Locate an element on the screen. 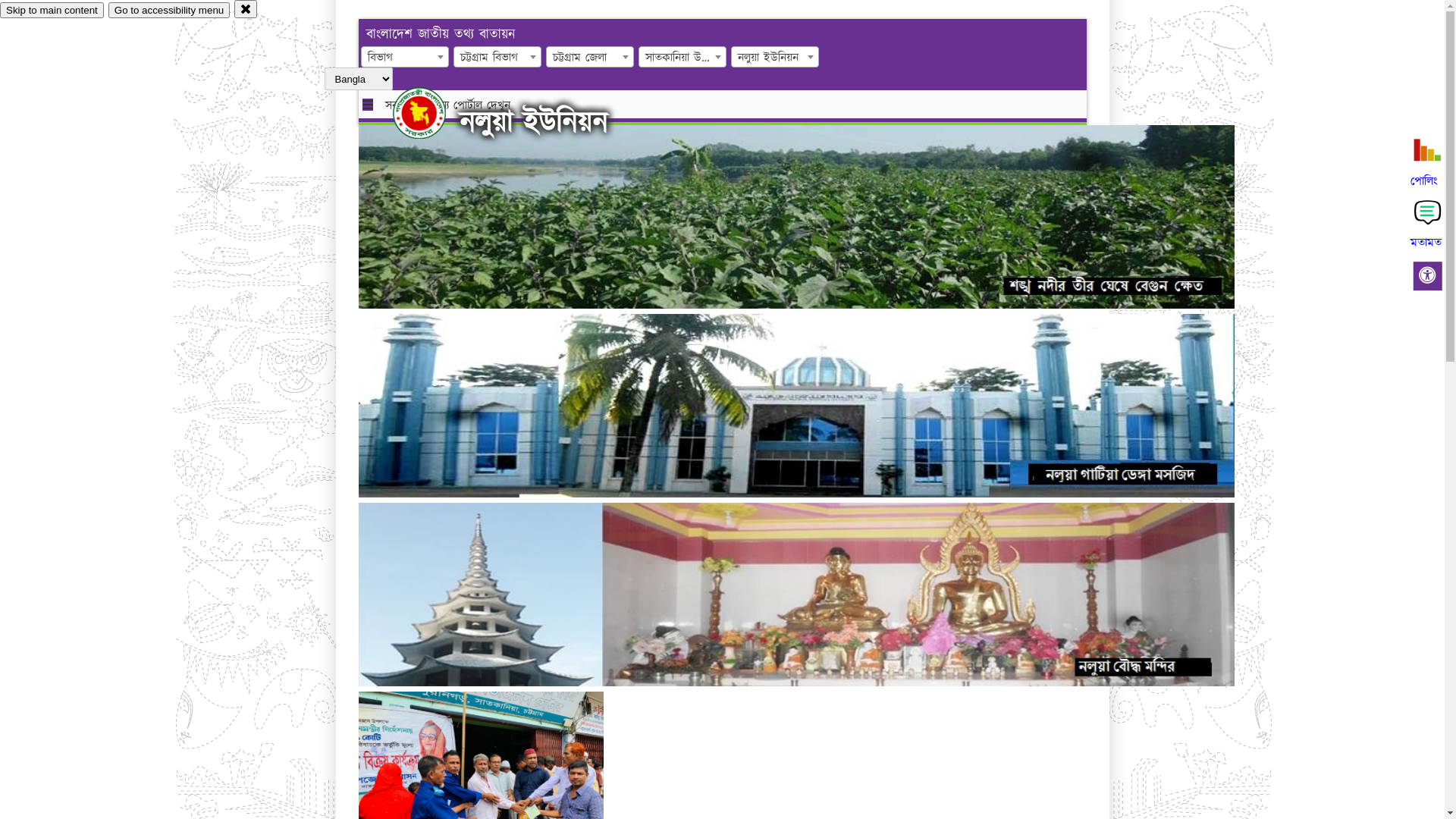 This screenshot has height=819, width=1456. 'Go to accessibility menu' is located at coordinates (168, 10).